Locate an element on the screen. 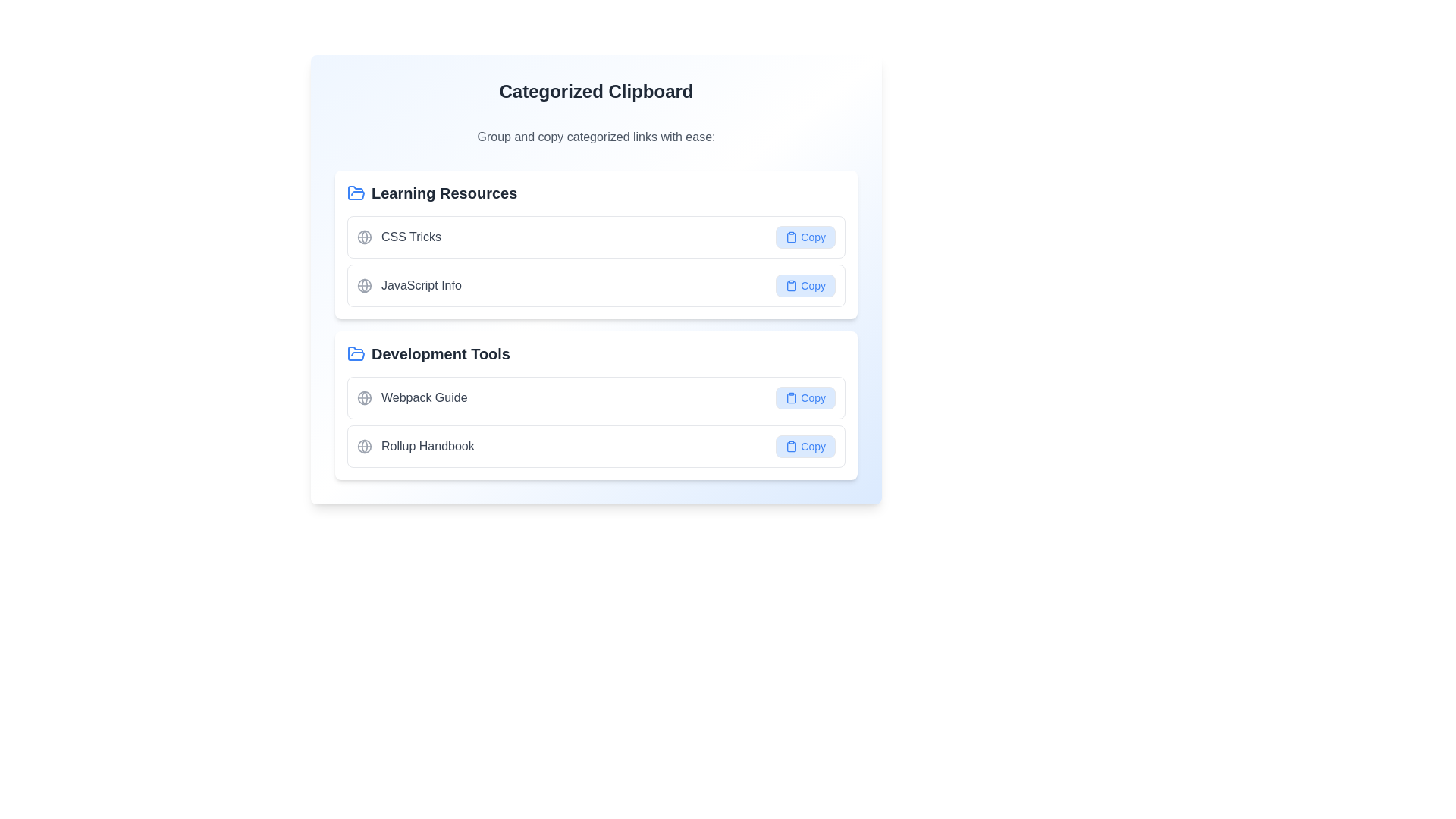 Image resolution: width=1456 pixels, height=819 pixels. the 'Copy' button of the second List Item within the 'Development Tools' category, which provides information about the 'Rollup Handbook' is located at coordinates (595, 446).